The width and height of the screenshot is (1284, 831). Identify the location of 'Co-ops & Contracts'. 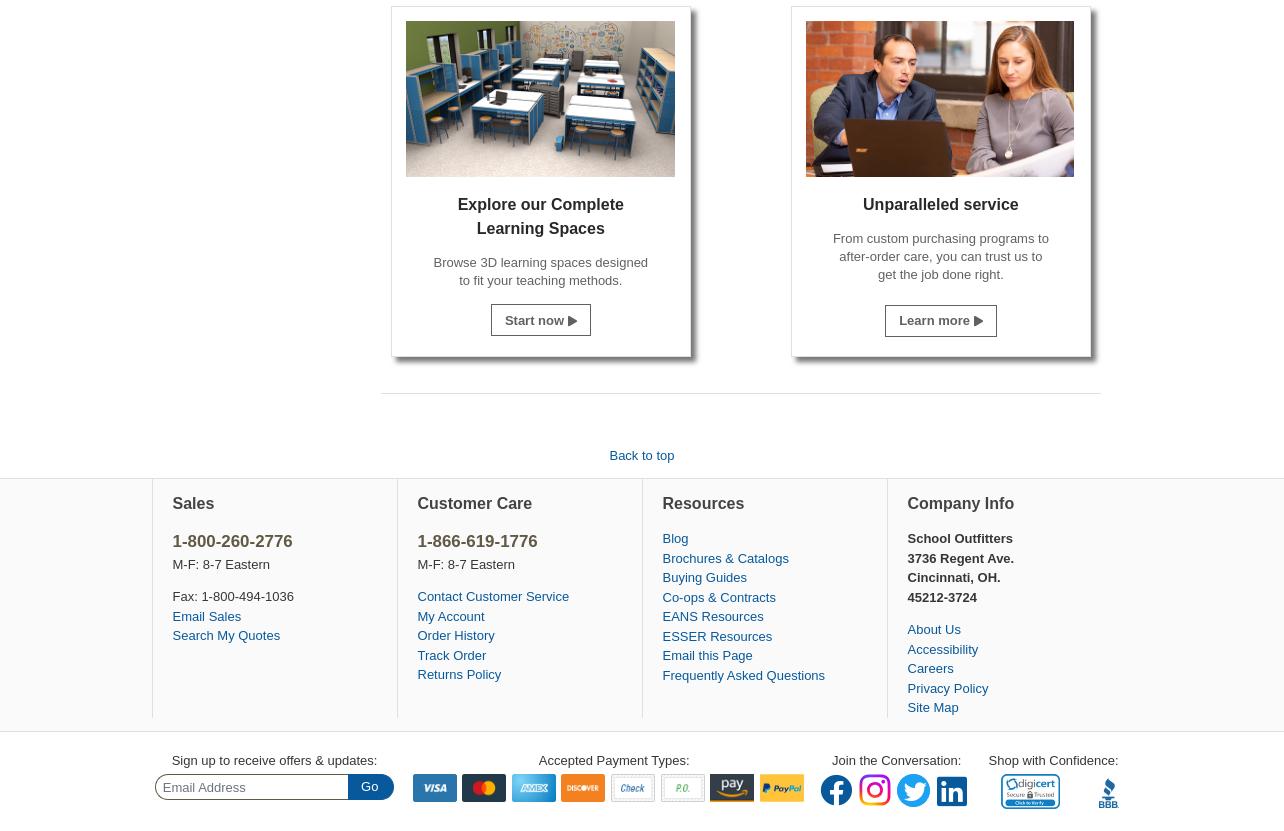
(718, 596).